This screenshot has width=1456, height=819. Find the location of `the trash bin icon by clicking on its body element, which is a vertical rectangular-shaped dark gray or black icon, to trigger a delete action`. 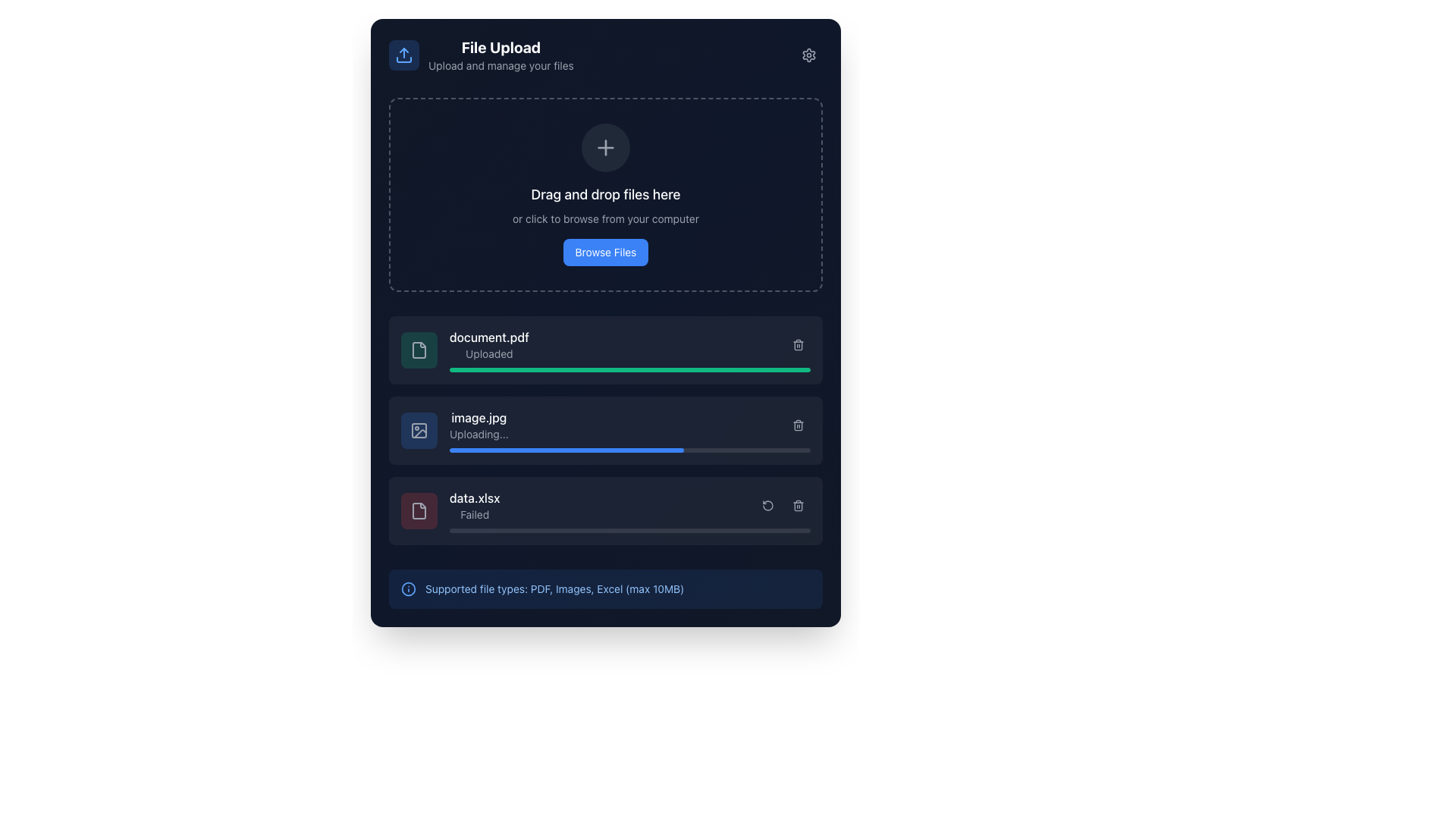

the trash bin icon by clicking on its body element, which is a vertical rectangular-shaped dark gray or black icon, to trigger a delete action is located at coordinates (797, 426).